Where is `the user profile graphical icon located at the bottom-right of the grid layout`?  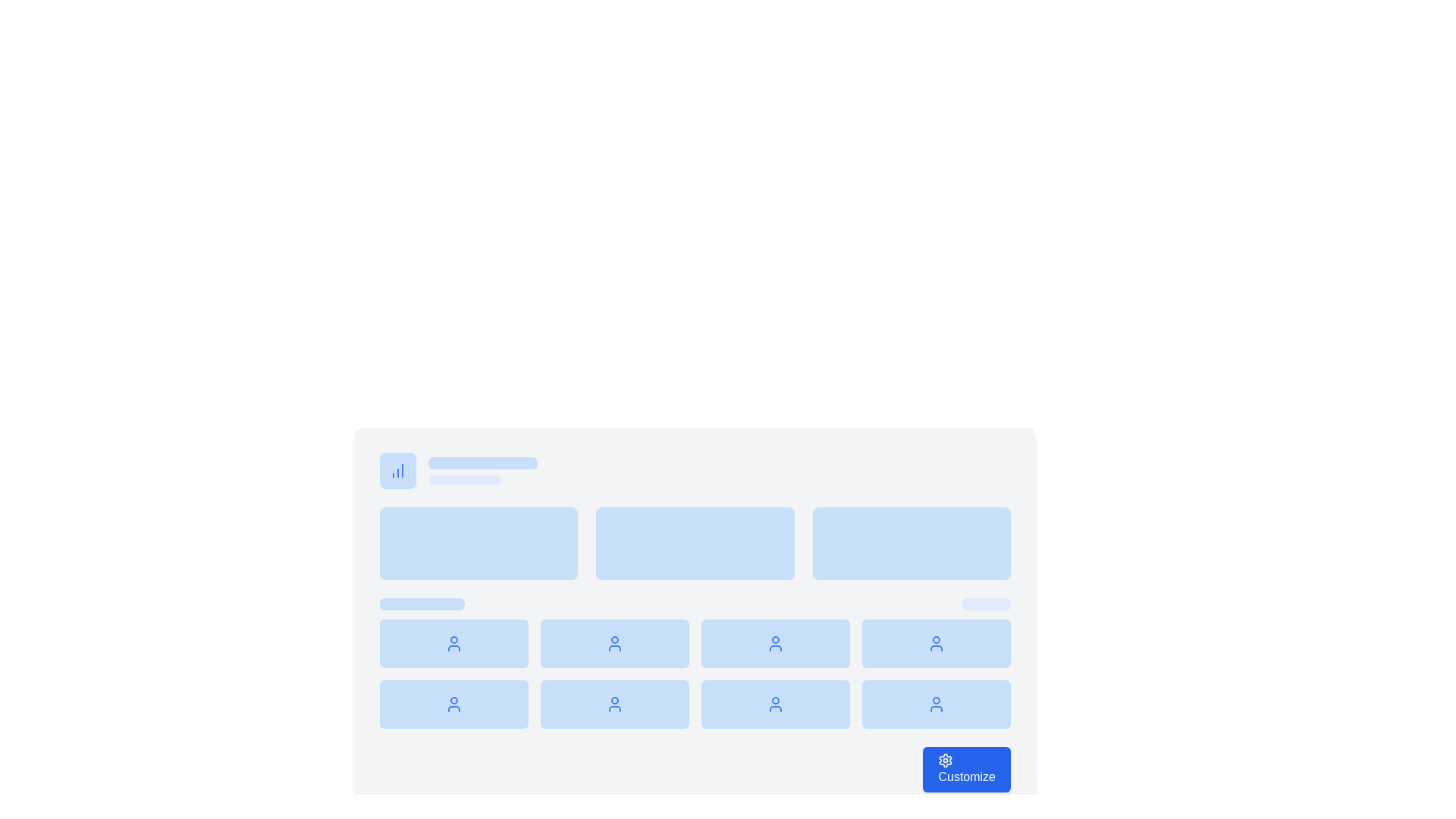
the user profile graphical icon located at the bottom-right of the grid layout is located at coordinates (935, 704).